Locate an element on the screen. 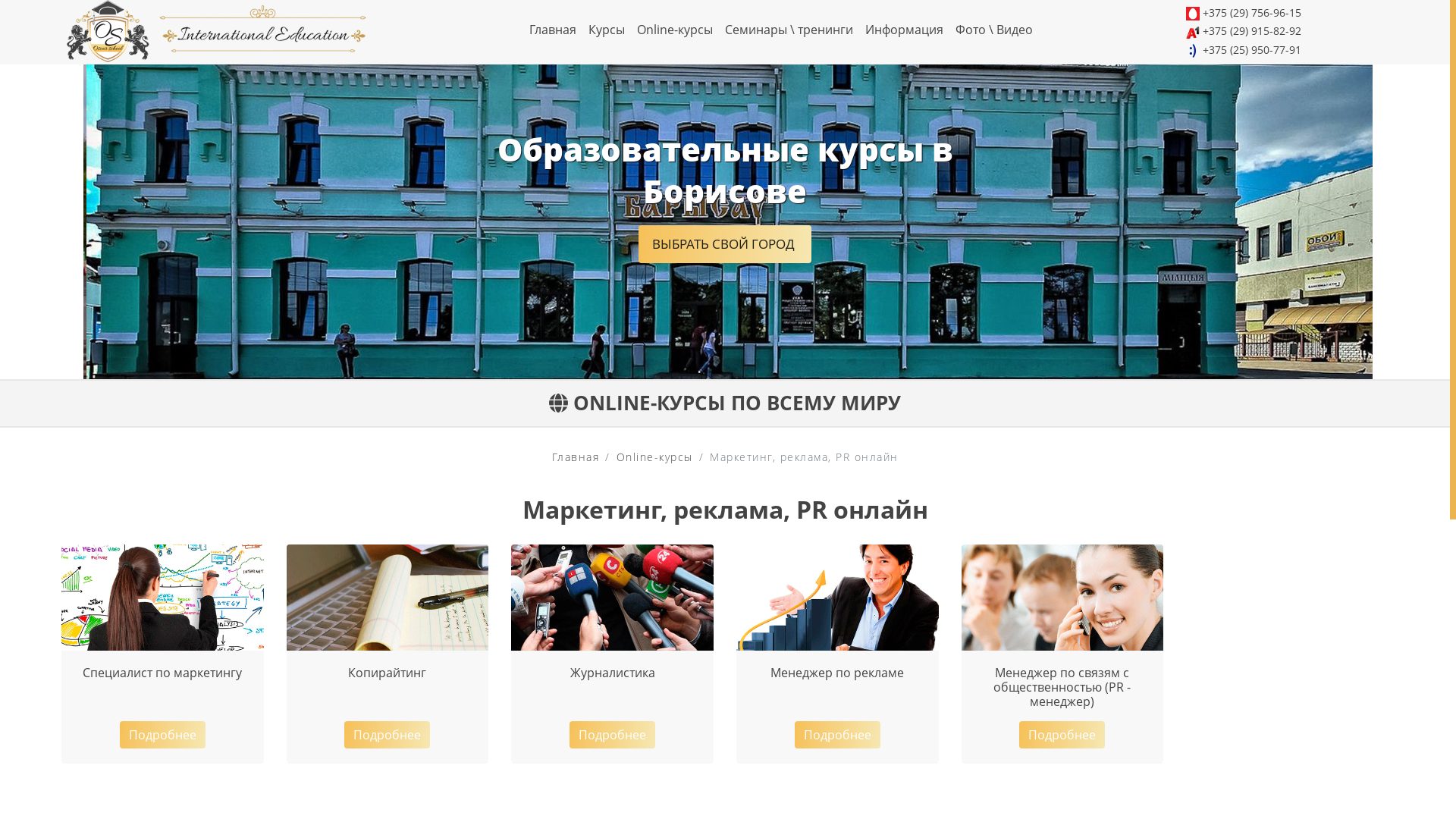 This screenshot has height=819, width=1456. '+375 (25) 950-77-91' is located at coordinates (1252, 49).